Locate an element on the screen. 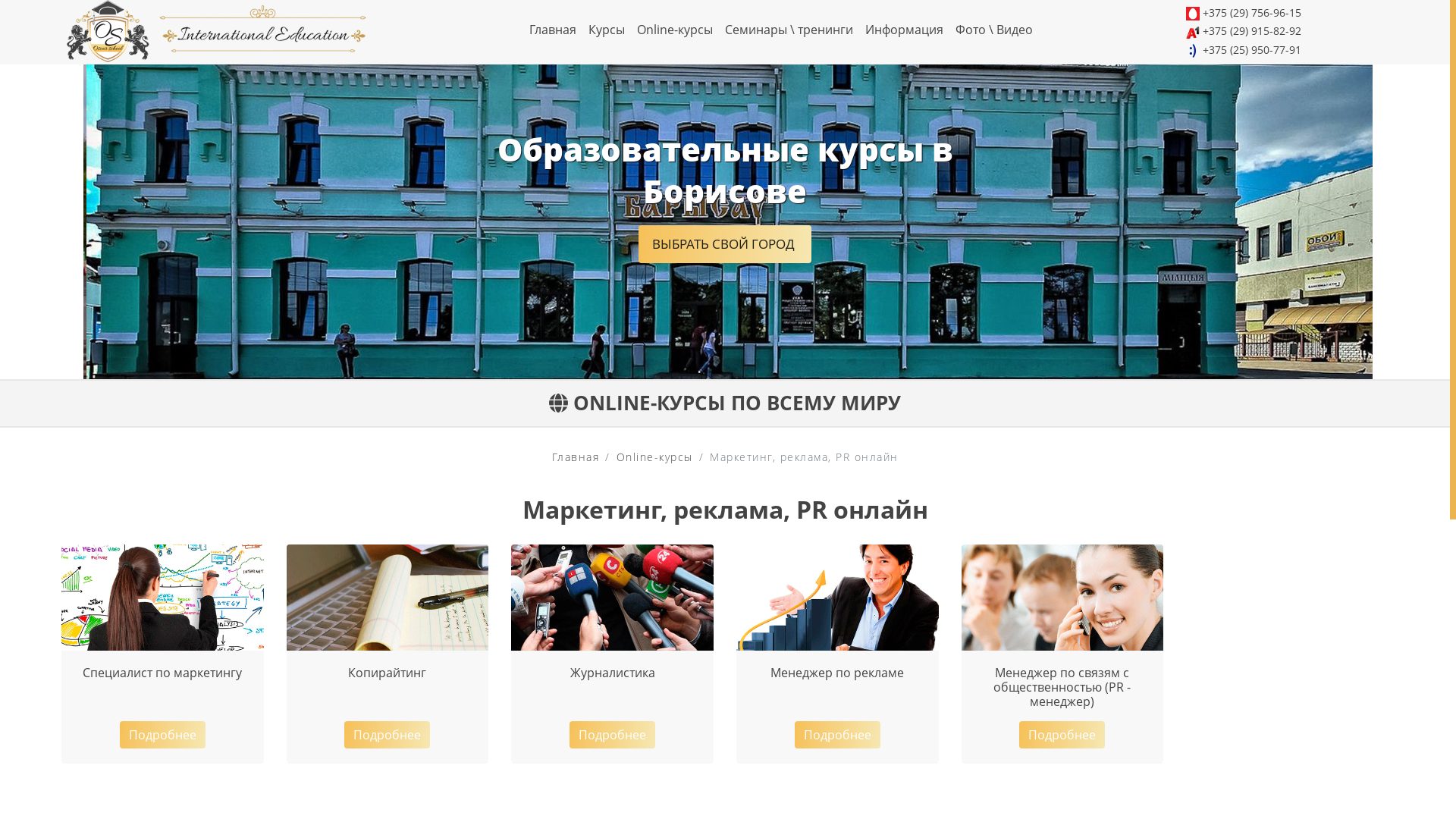 This screenshot has height=819, width=1456. '+375 (25) 950-77-91' is located at coordinates (1252, 49).